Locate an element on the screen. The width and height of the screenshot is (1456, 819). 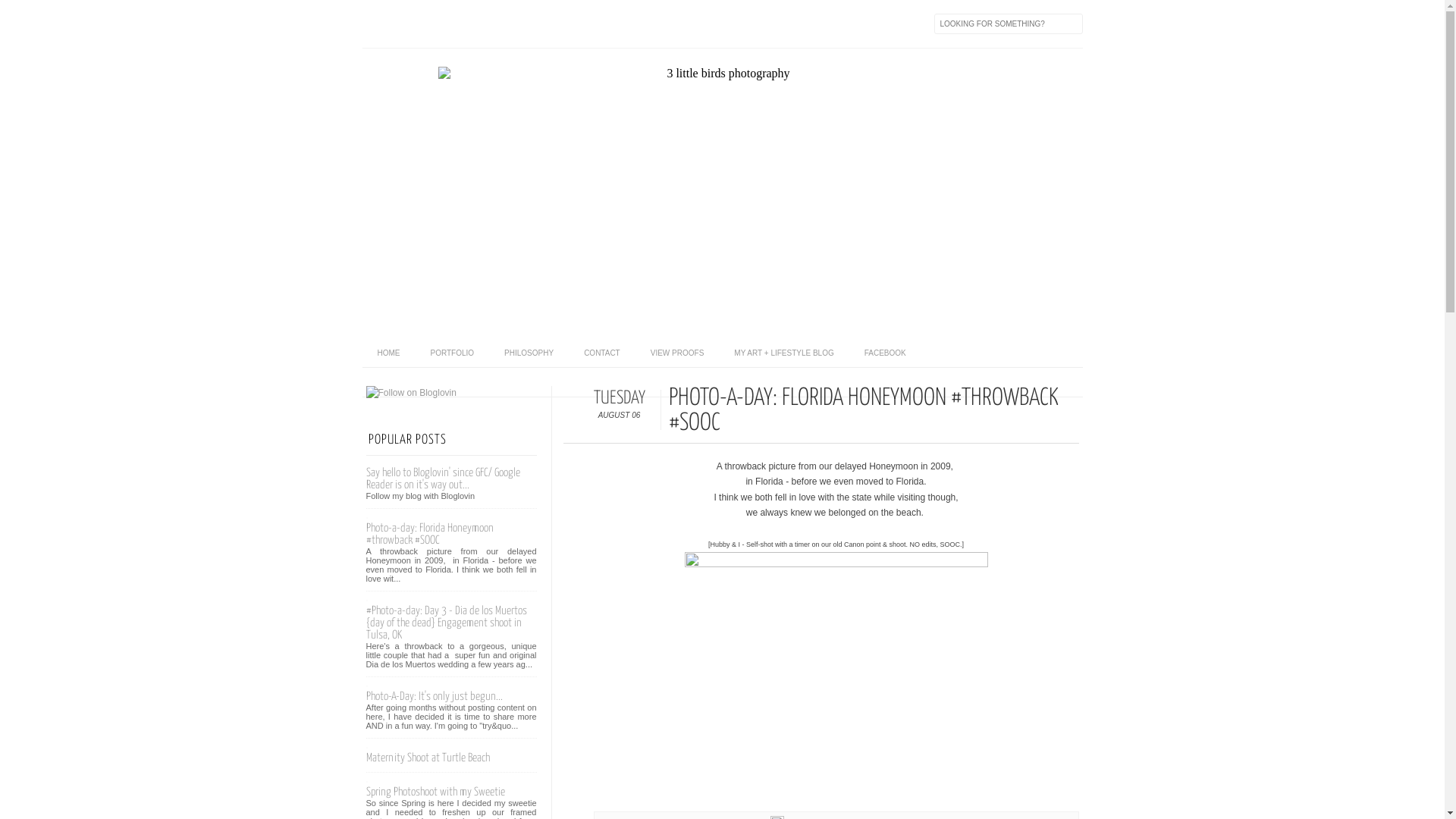
'Photo-a-day: Florida Honeymoon #throwback #SOOC' is located at coordinates (365, 533).